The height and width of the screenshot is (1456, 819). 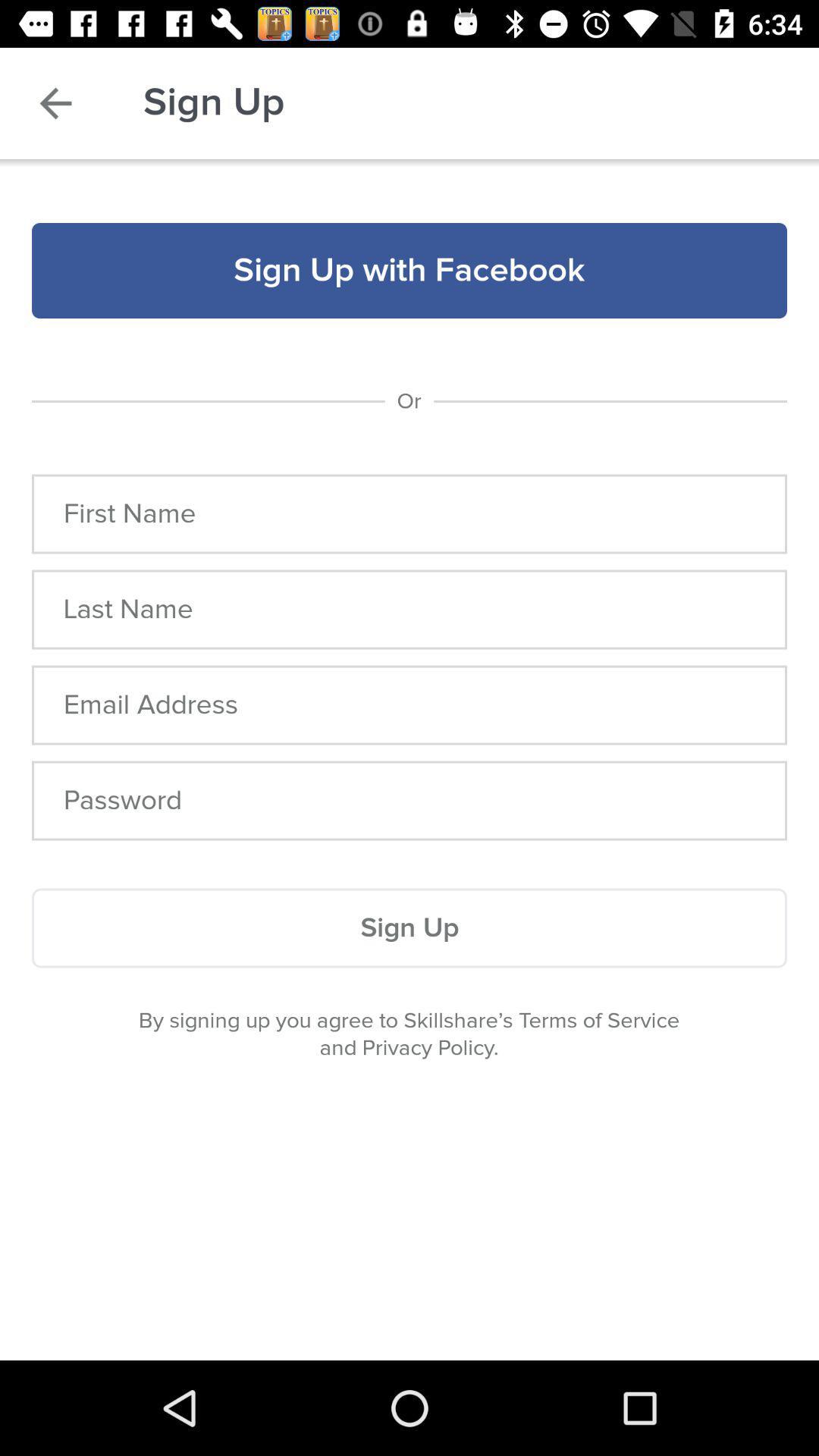 What do you see at coordinates (55, 102) in the screenshot?
I see `the icon to the left of the sign up icon` at bounding box center [55, 102].